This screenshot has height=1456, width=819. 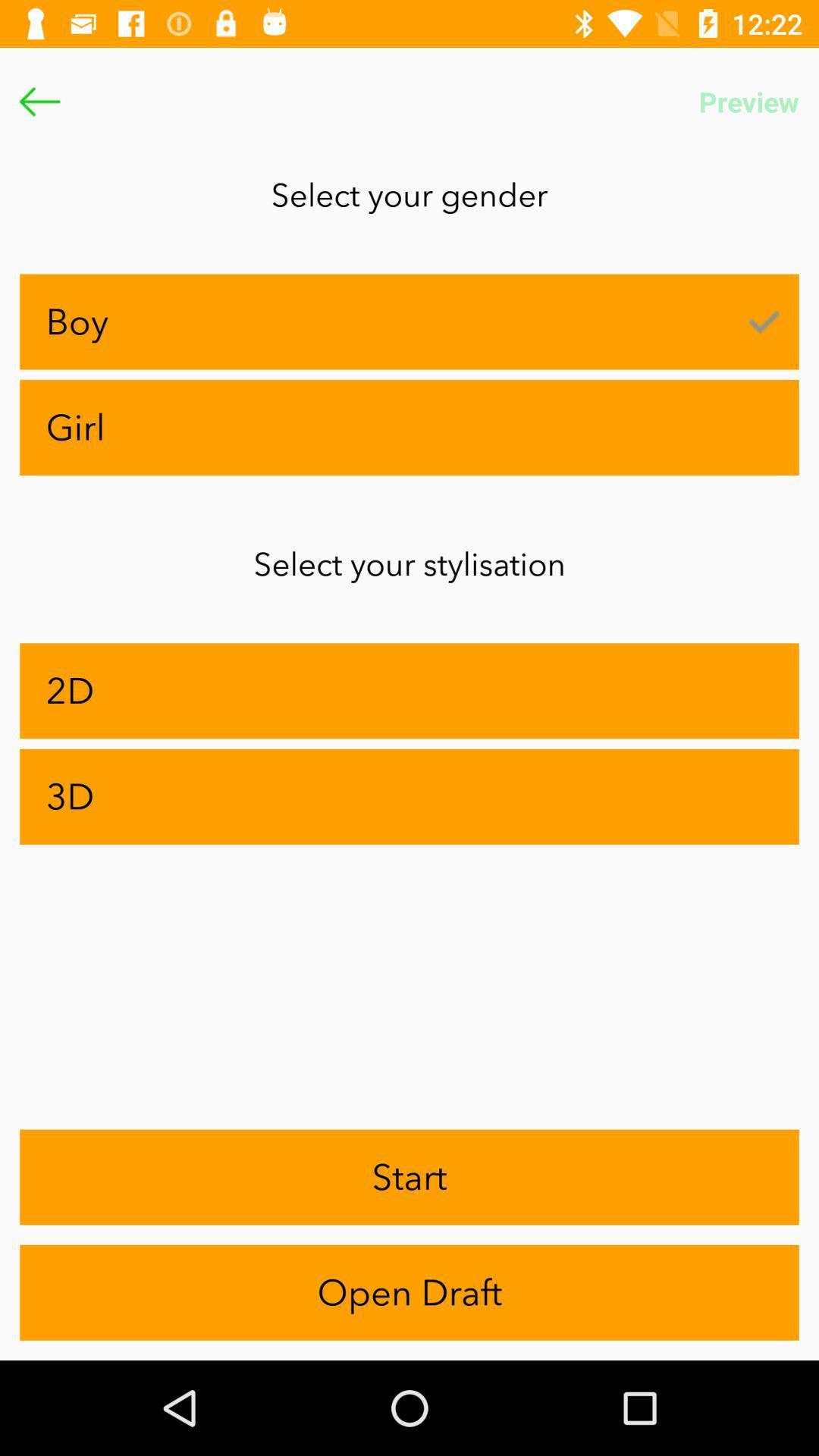 What do you see at coordinates (39, 101) in the screenshot?
I see `the arrow_backward icon` at bounding box center [39, 101].